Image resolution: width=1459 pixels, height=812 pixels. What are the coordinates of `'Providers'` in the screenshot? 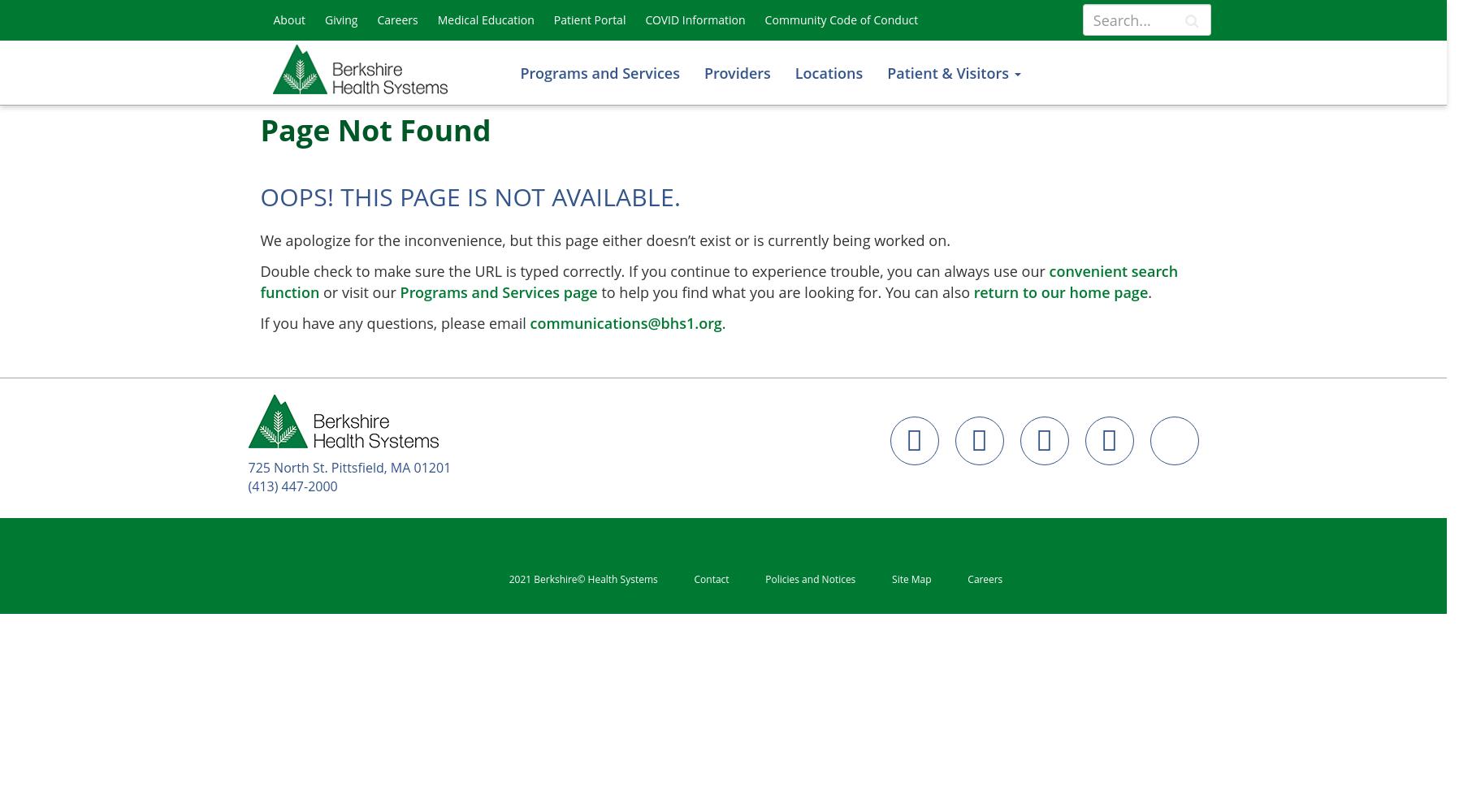 It's located at (704, 72).